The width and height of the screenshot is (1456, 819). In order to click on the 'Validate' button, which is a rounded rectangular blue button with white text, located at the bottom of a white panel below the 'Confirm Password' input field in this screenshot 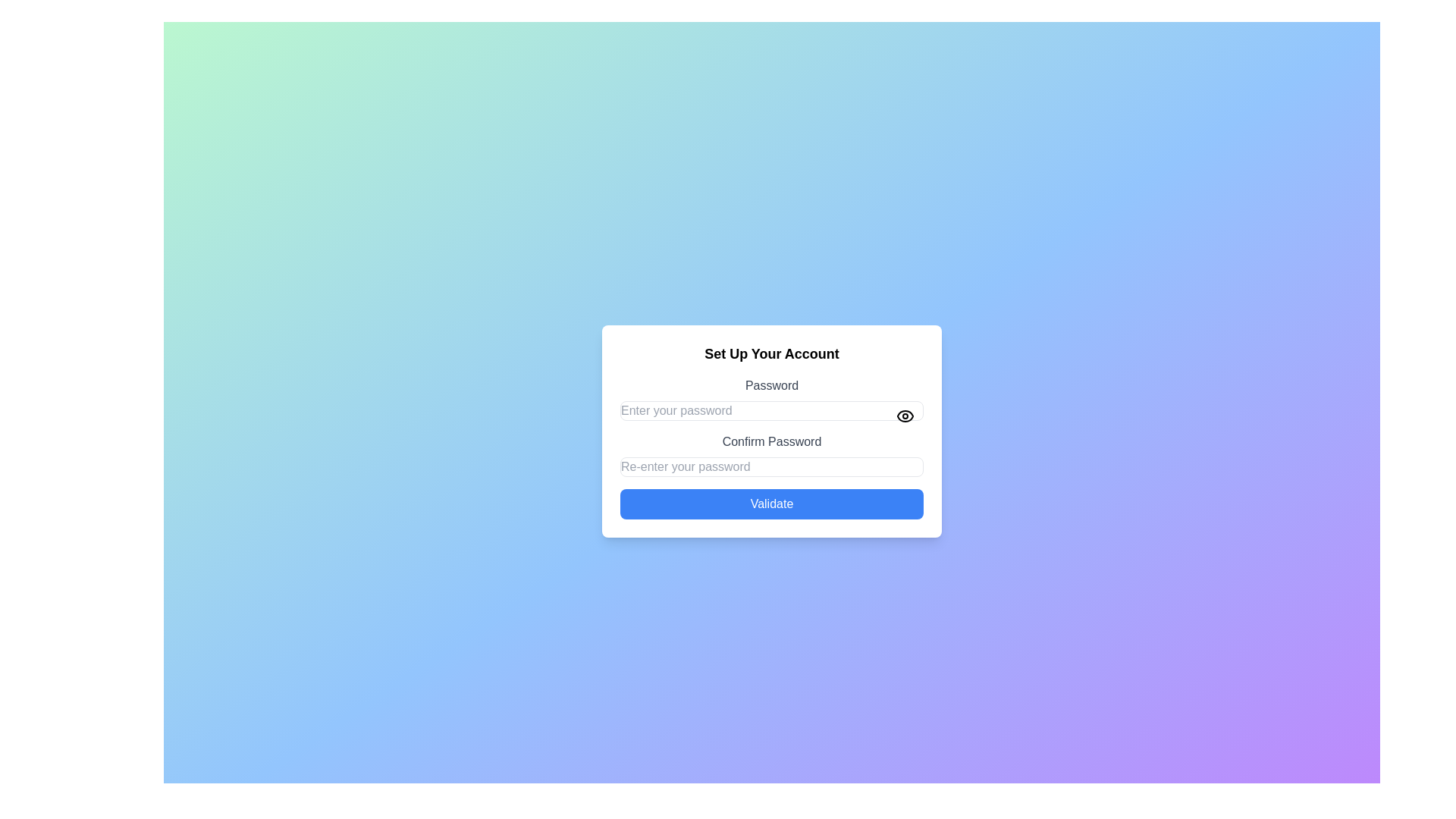, I will do `click(771, 504)`.